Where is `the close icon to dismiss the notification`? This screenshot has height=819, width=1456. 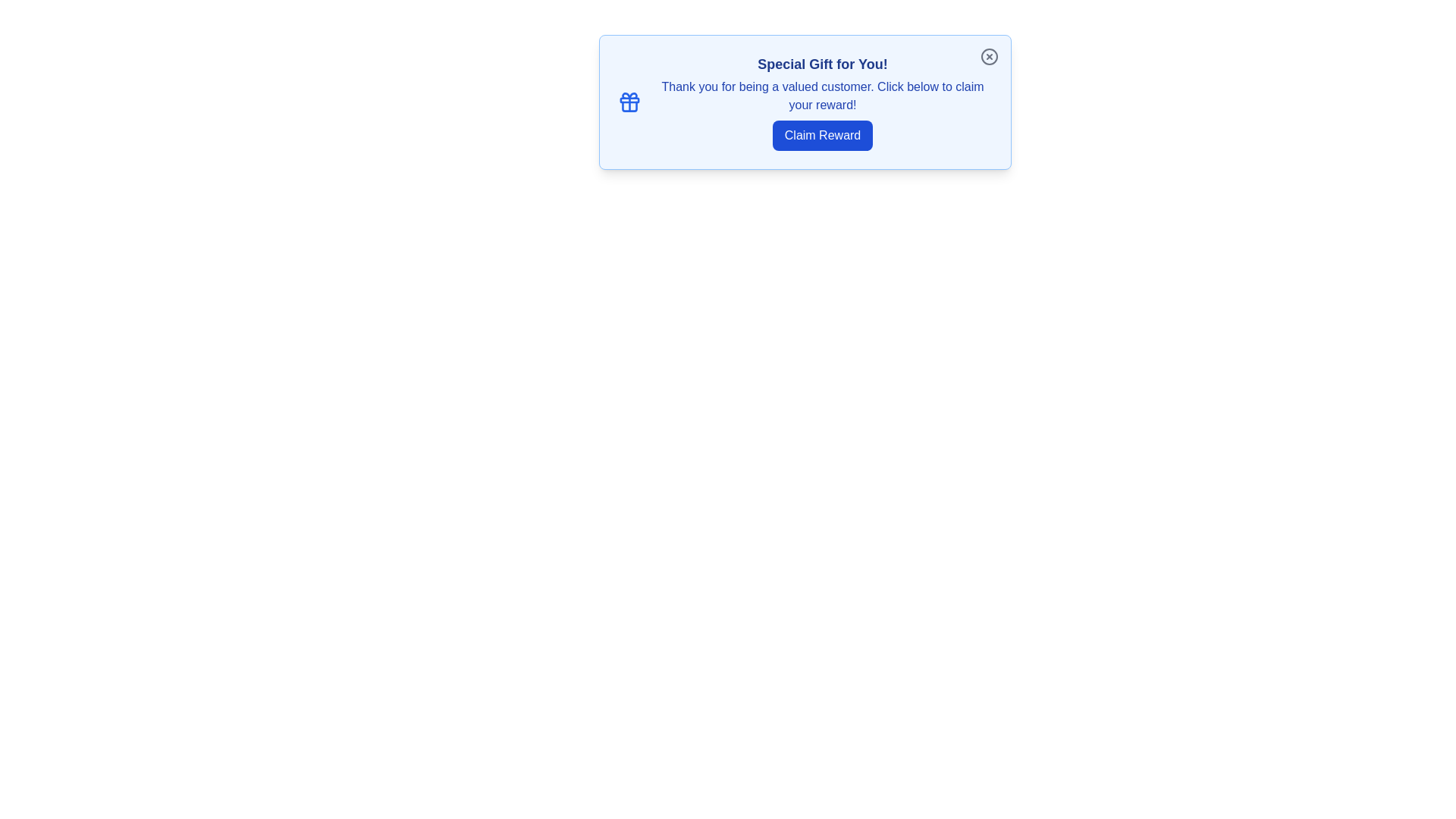 the close icon to dismiss the notification is located at coordinates (989, 55).